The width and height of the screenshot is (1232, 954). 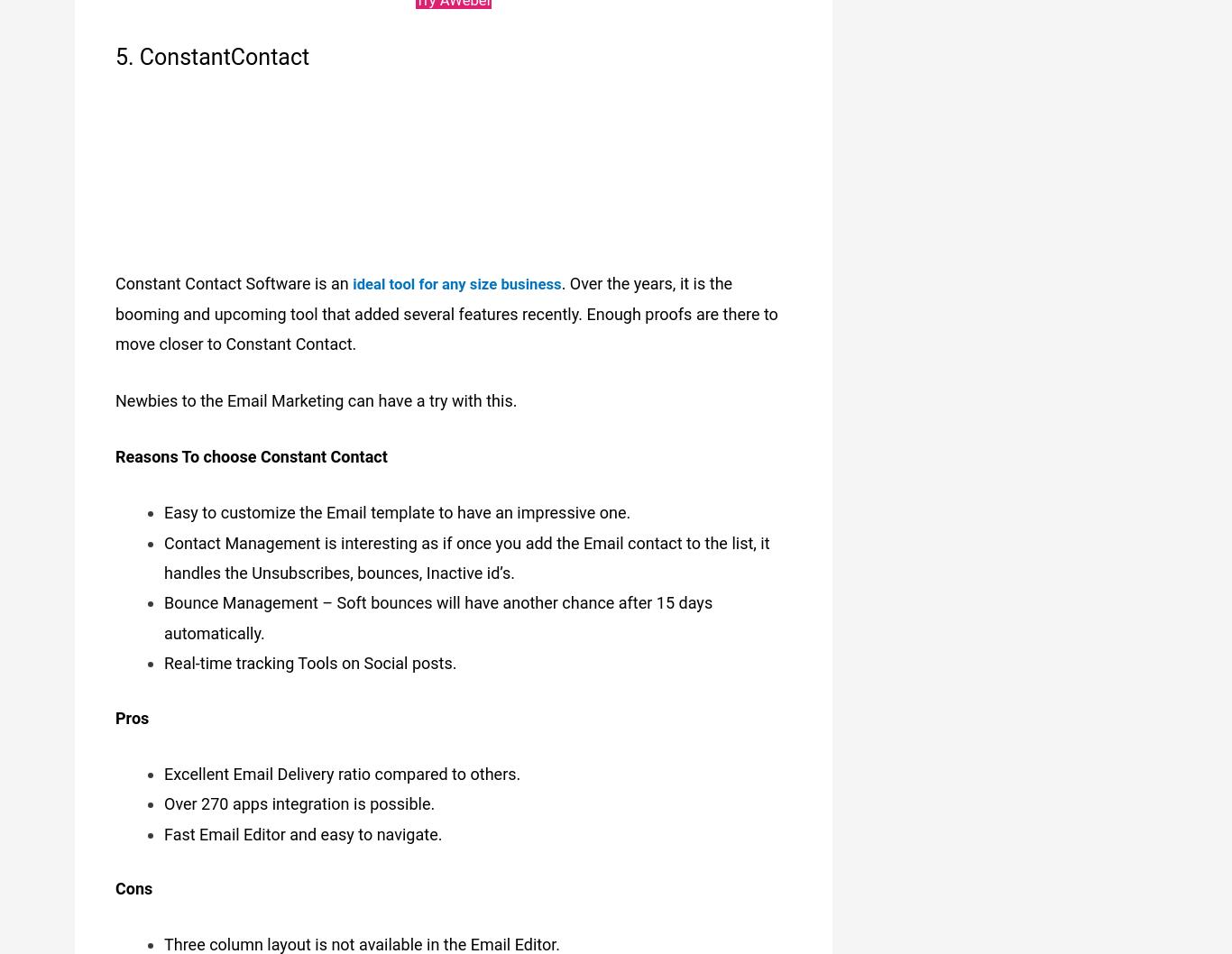 What do you see at coordinates (446, 304) in the screenshot?
I see `'. Over the years, it is the booming and upcoming tool that added several features recently. Enough proofs are there to move closer to Constant Contact.'` at bounding box center [446, 304].